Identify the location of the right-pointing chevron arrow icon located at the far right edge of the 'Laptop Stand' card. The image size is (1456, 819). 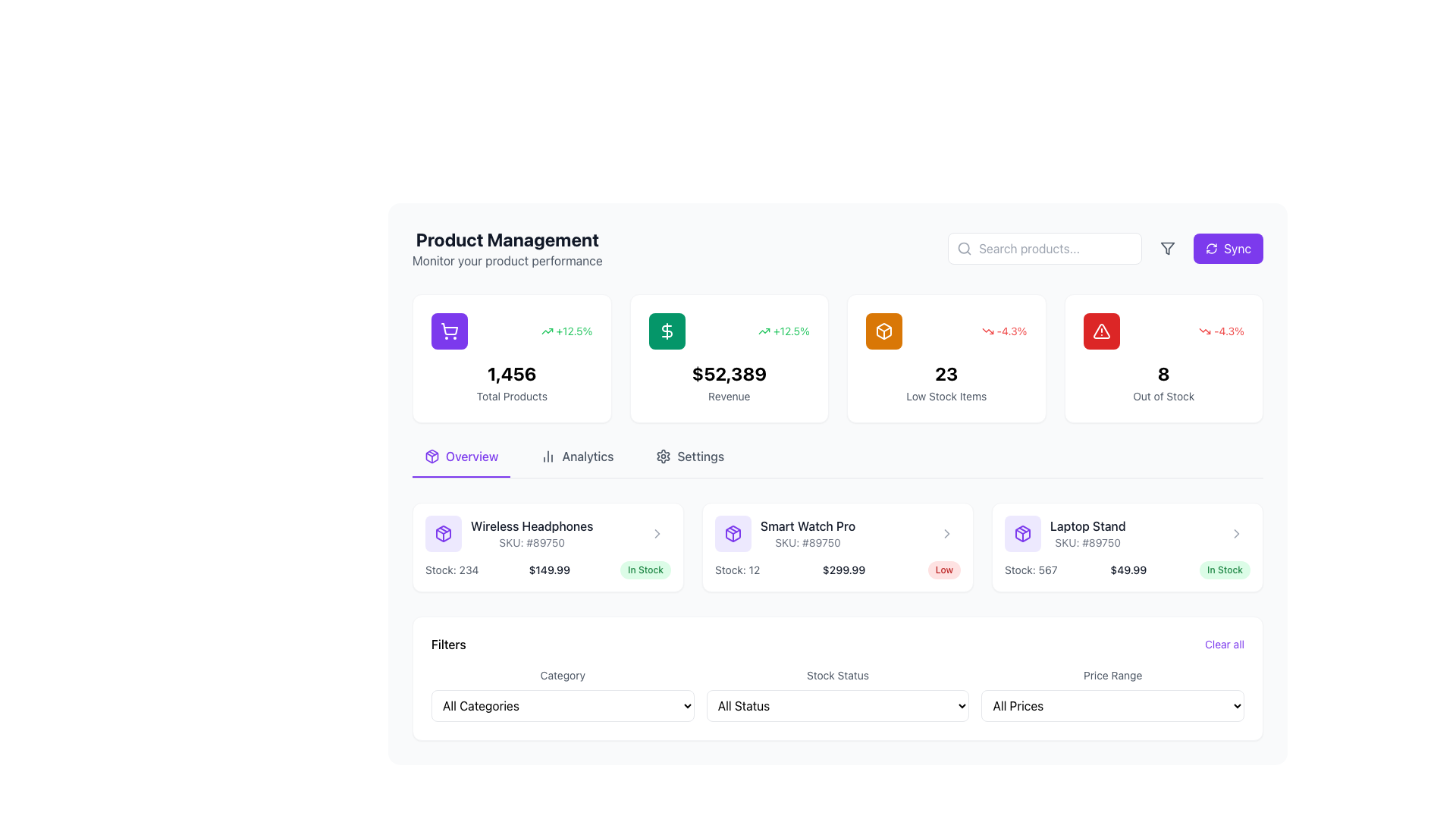
(1237, 533).